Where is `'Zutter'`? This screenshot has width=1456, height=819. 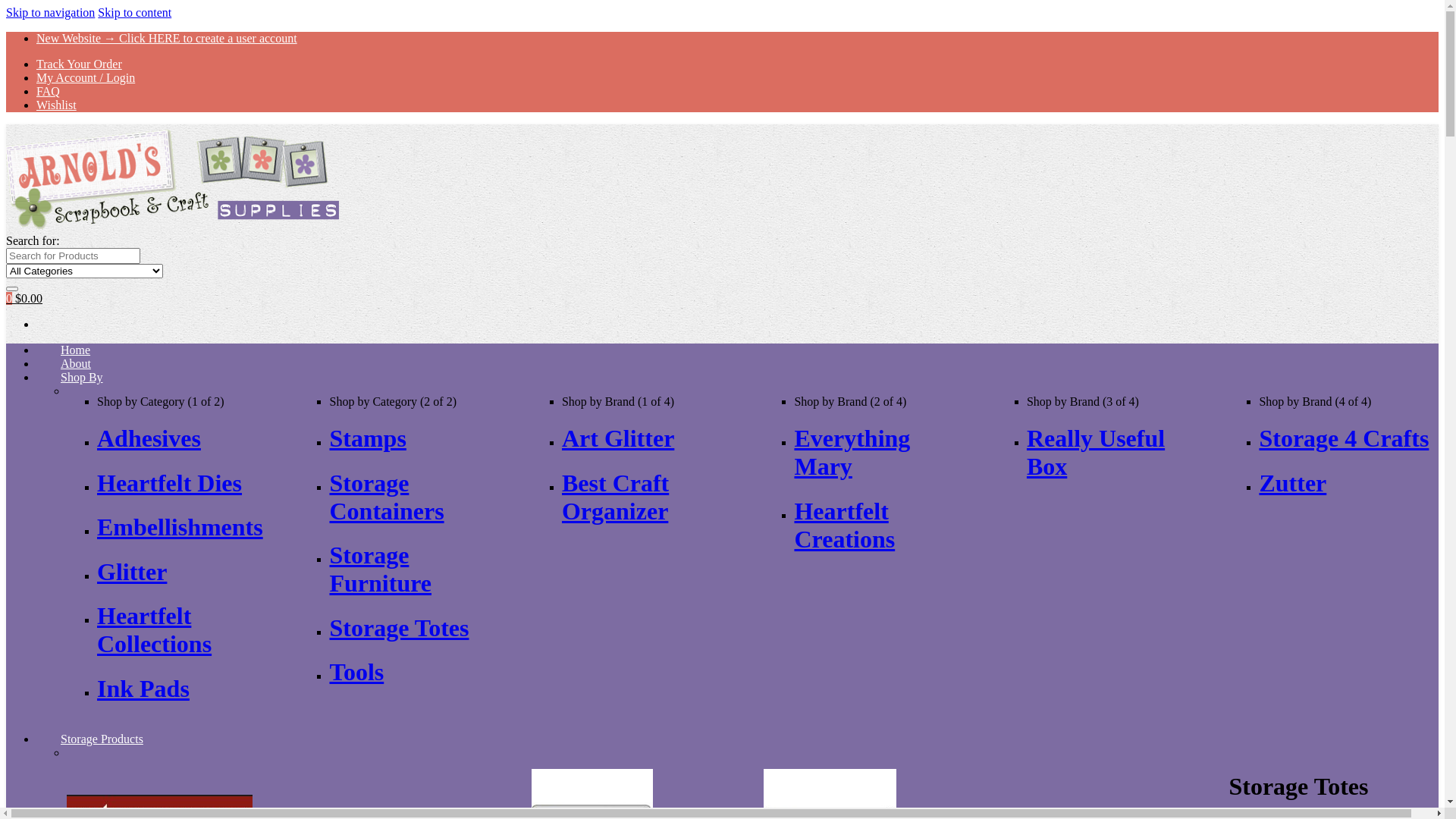
'Zutter' is located at coordinates (1291, 482).